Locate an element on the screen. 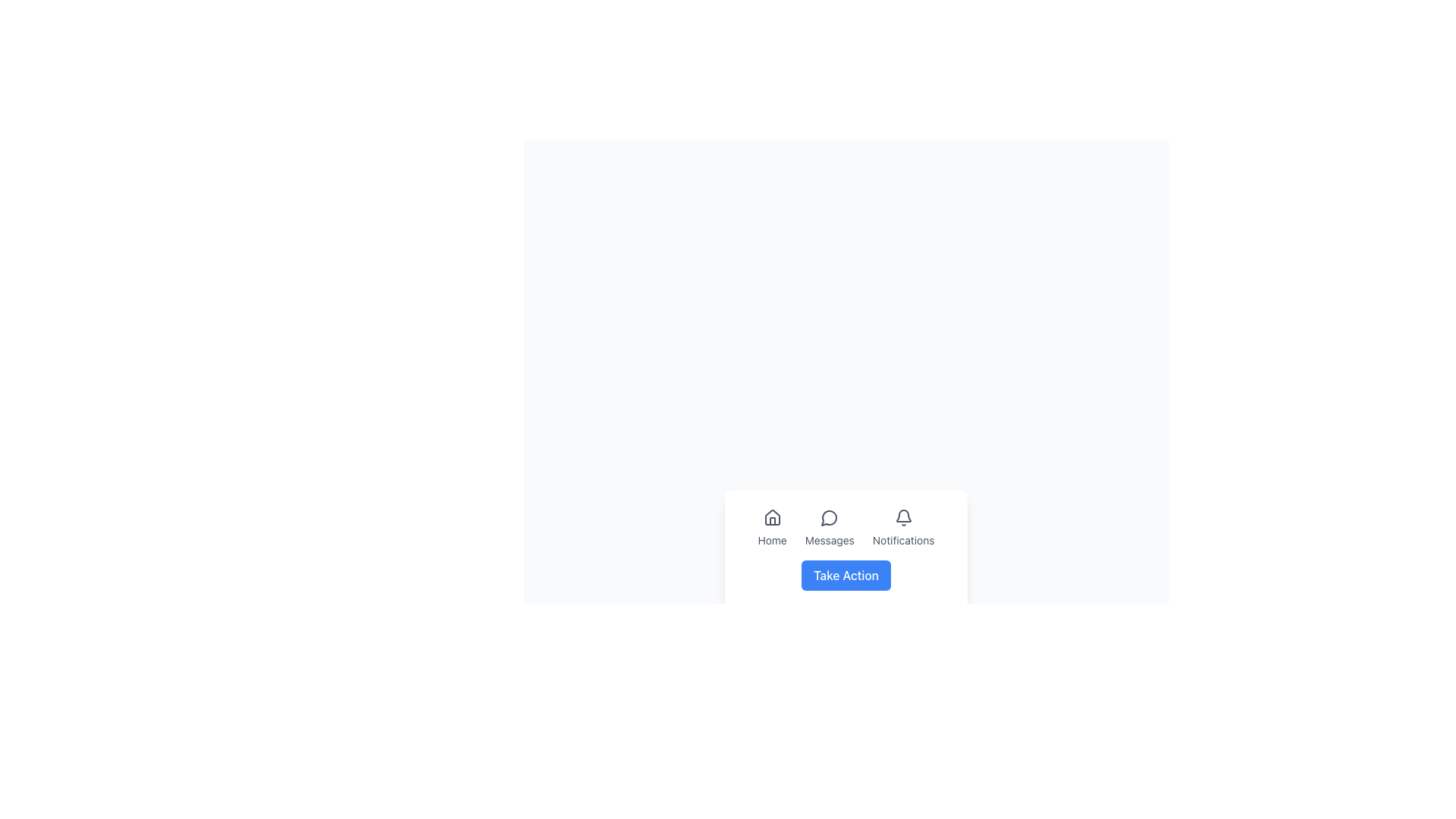 The height and width of the screenshot is (819, 1456). the bell icon in the Notifications navigation button is located at coordinates (903, 516).